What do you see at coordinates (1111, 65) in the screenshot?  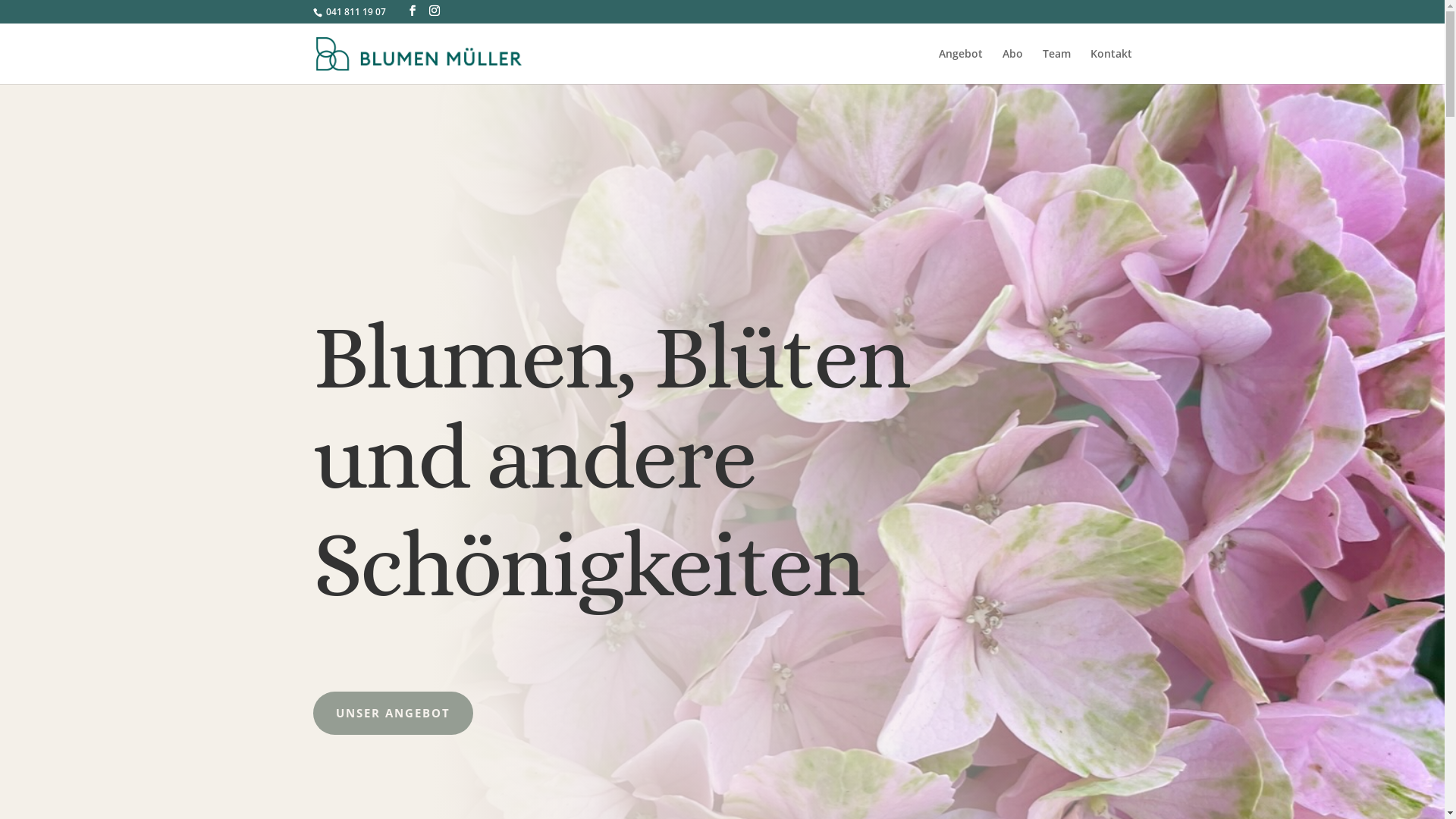 I see `'Kontakt'` at bounding box center [1111, 65].